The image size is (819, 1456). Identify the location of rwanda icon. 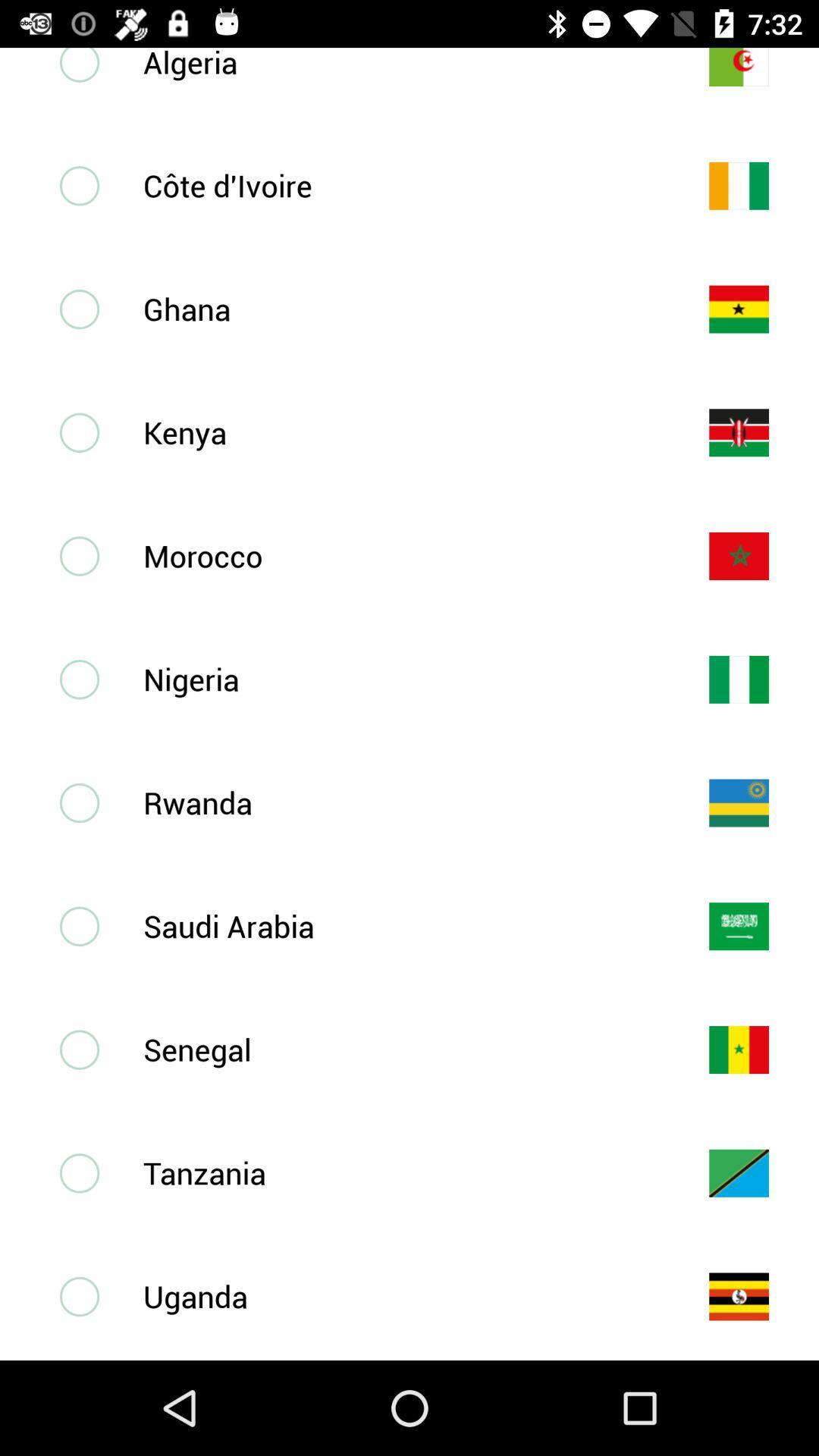
(400, 802).